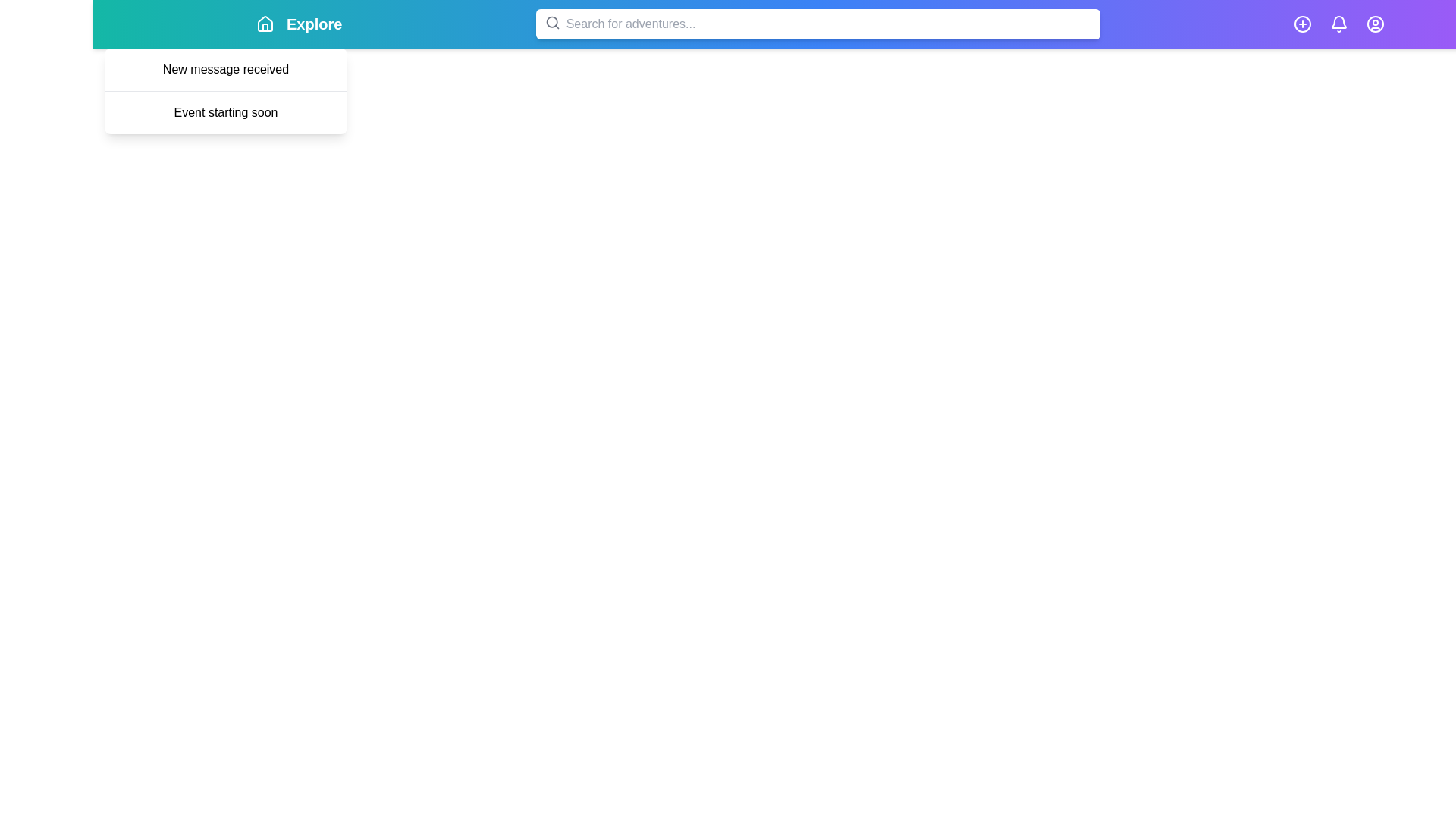 The height and width of the screenshot is (819, 1456). What do you see at coordinates (1376, 24) in the screenshot?
I see `the user icon to access user-related actions` at bounding box center [1376, 24].